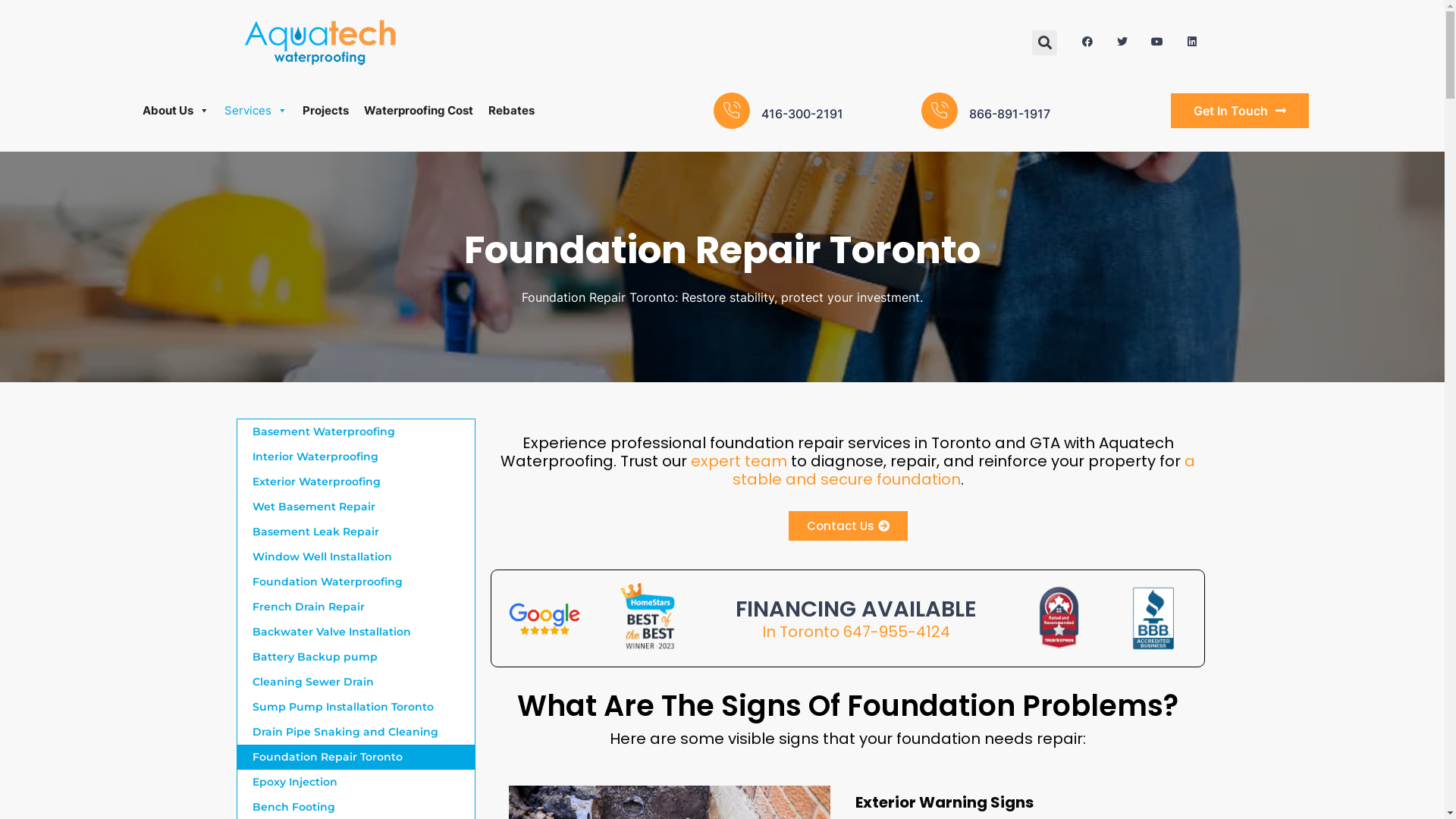 The height and width of the screenshot is (819, 1456). What do you see at coordinates (355, 557) in the screenshot?
I see `'Window Well Installation'` at bounding box center [355, 557].